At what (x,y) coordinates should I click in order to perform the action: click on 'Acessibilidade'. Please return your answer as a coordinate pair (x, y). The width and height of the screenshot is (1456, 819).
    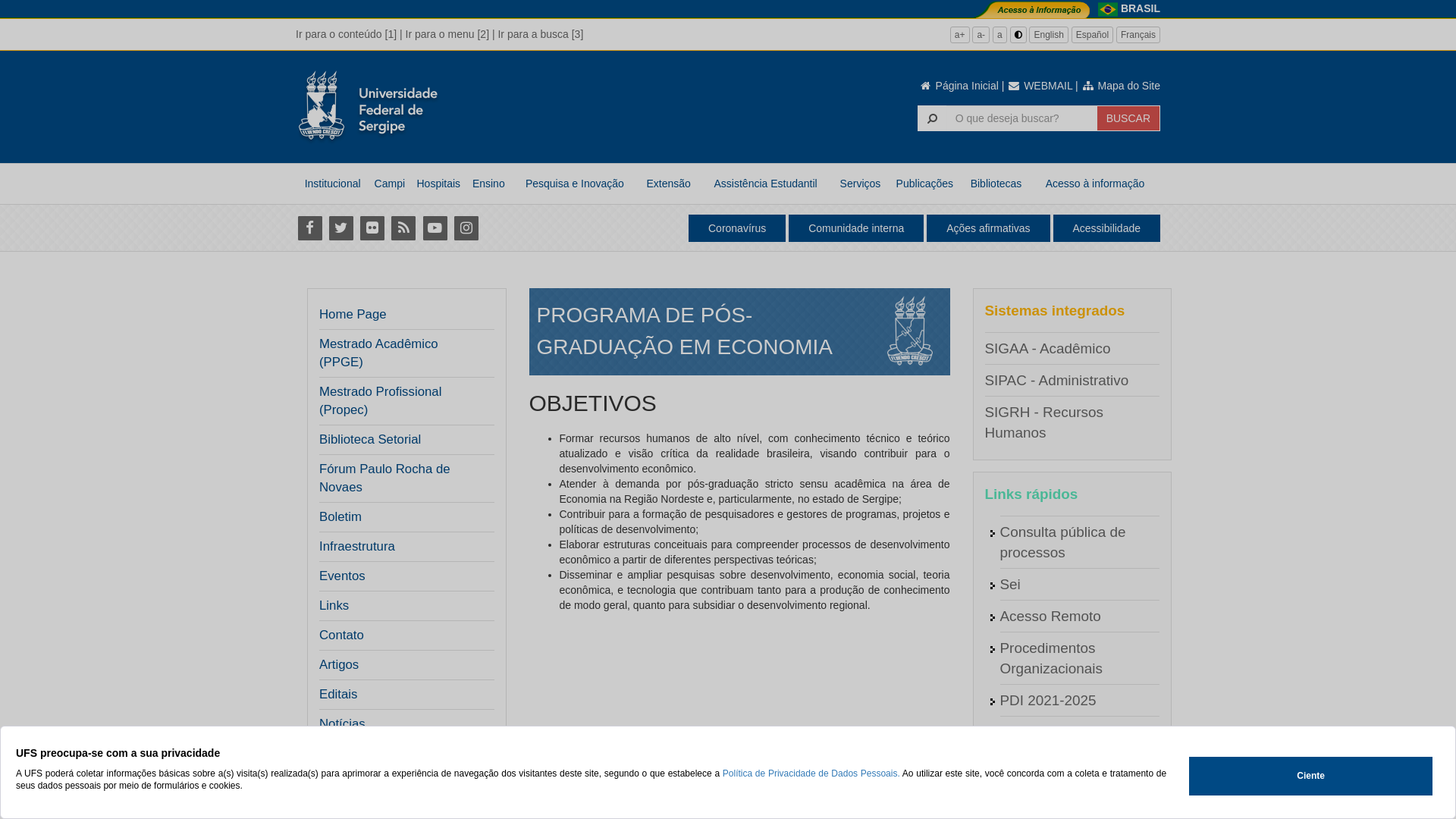
    Looking at the image, I should click on (1106, 227).